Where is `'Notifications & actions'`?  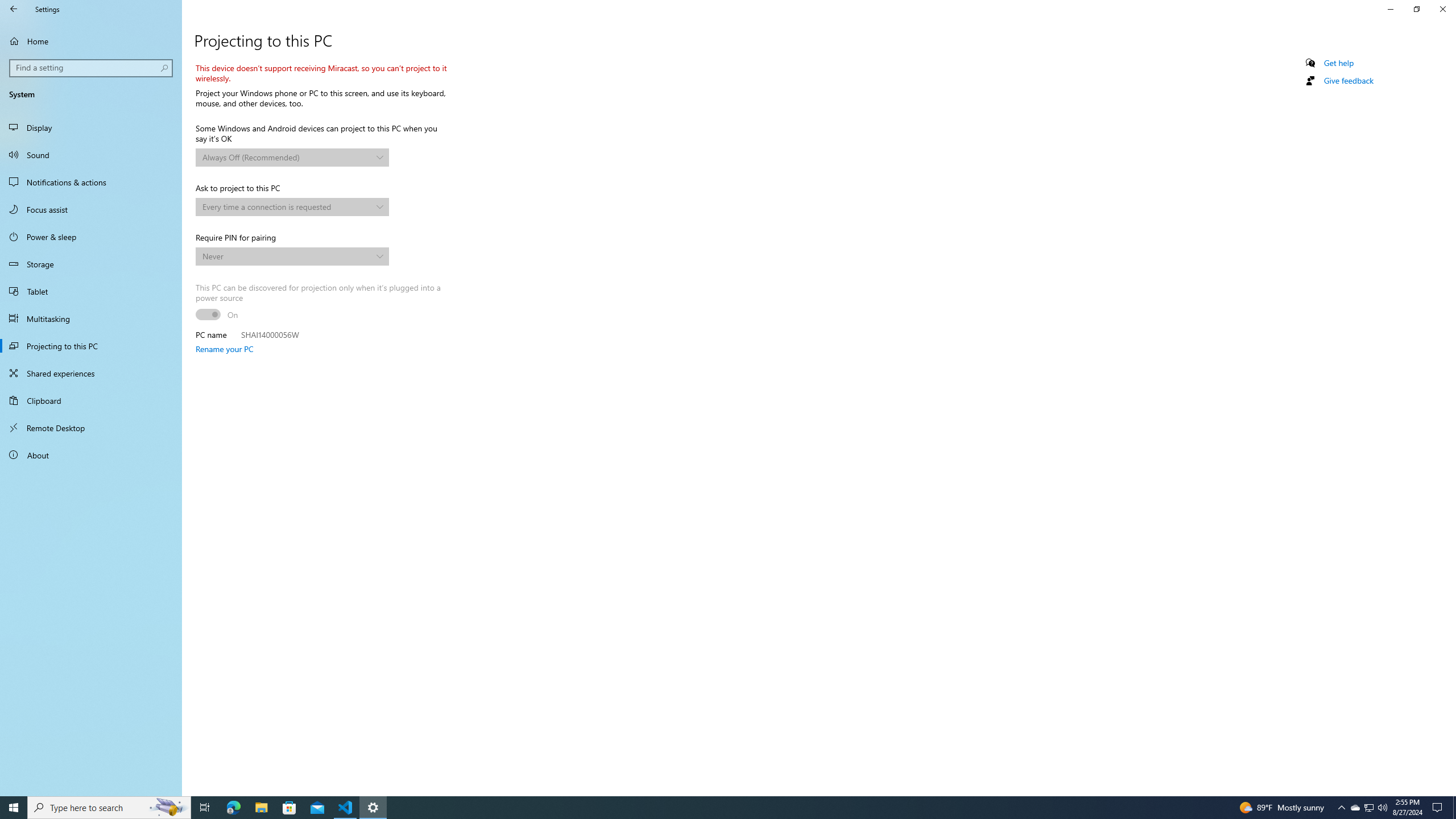
'Notifications & actions' is located at coordinates (90, 181).